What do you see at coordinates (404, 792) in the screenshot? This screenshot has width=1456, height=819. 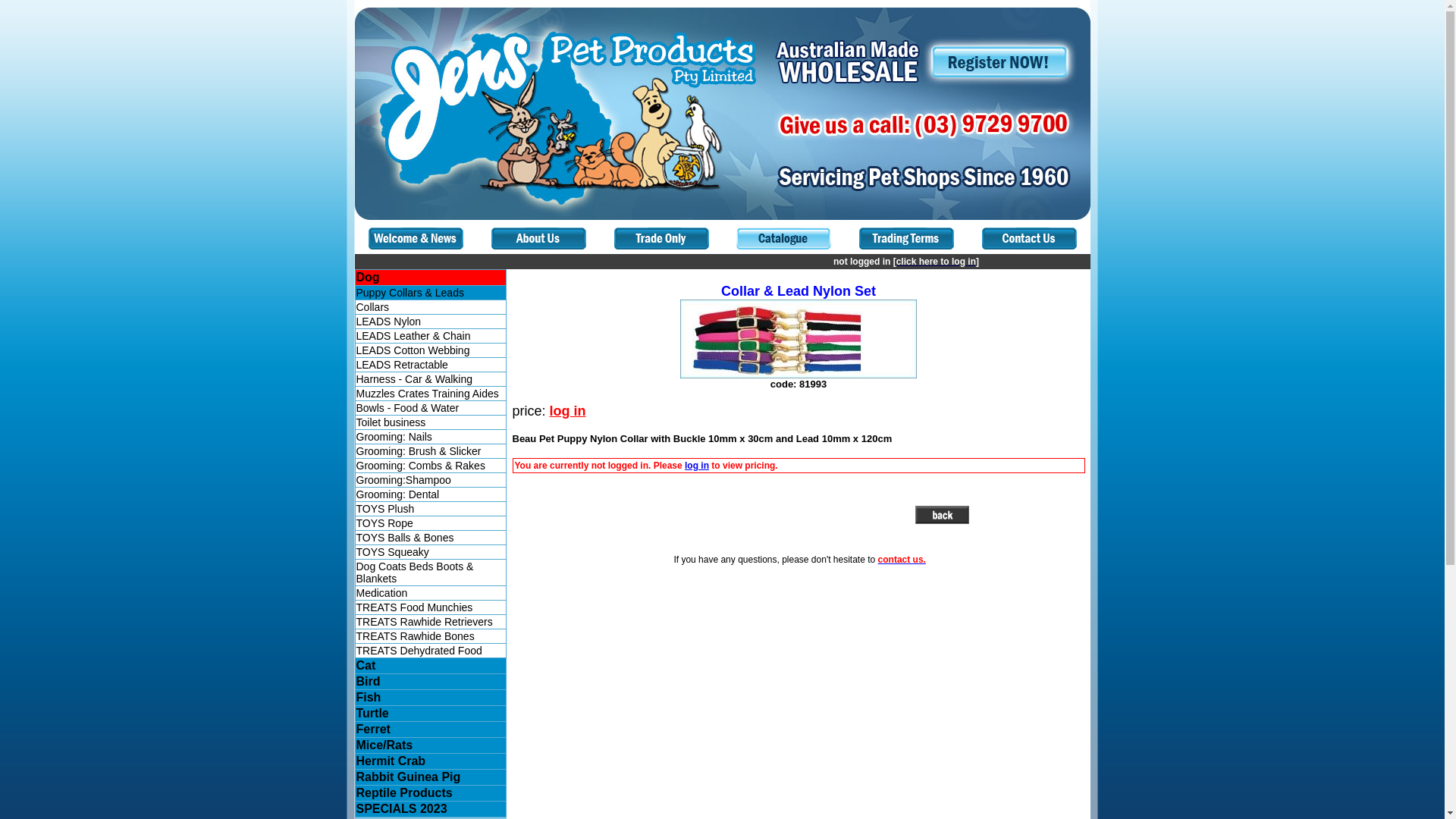 I see `'Reptile Products'` at bounding box center [404, 792].